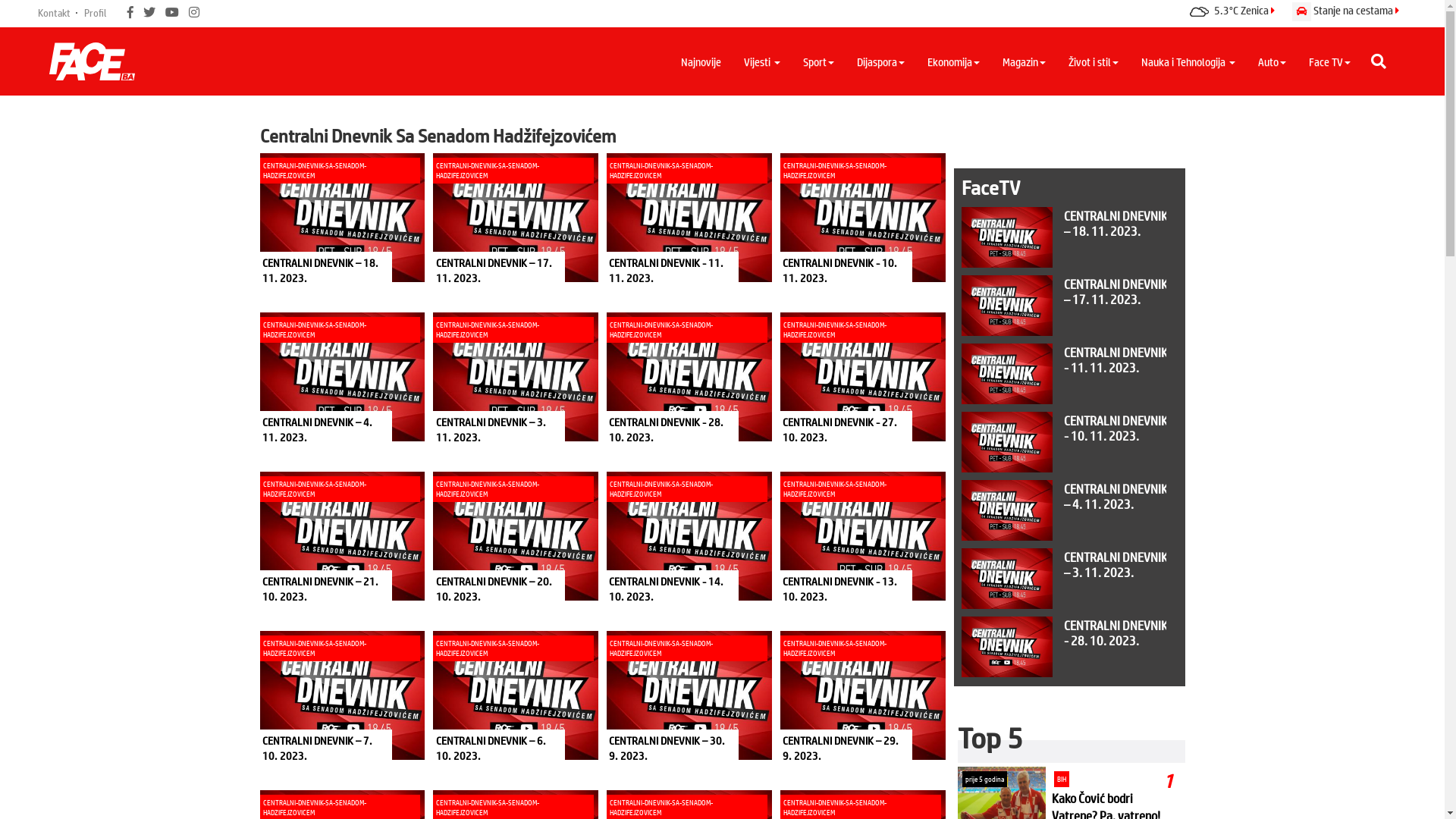 Image resolution: width=1456 pixels, height=819 pixels. I want to click on 'Nauka i Tehnologija', so click(1187, 61).